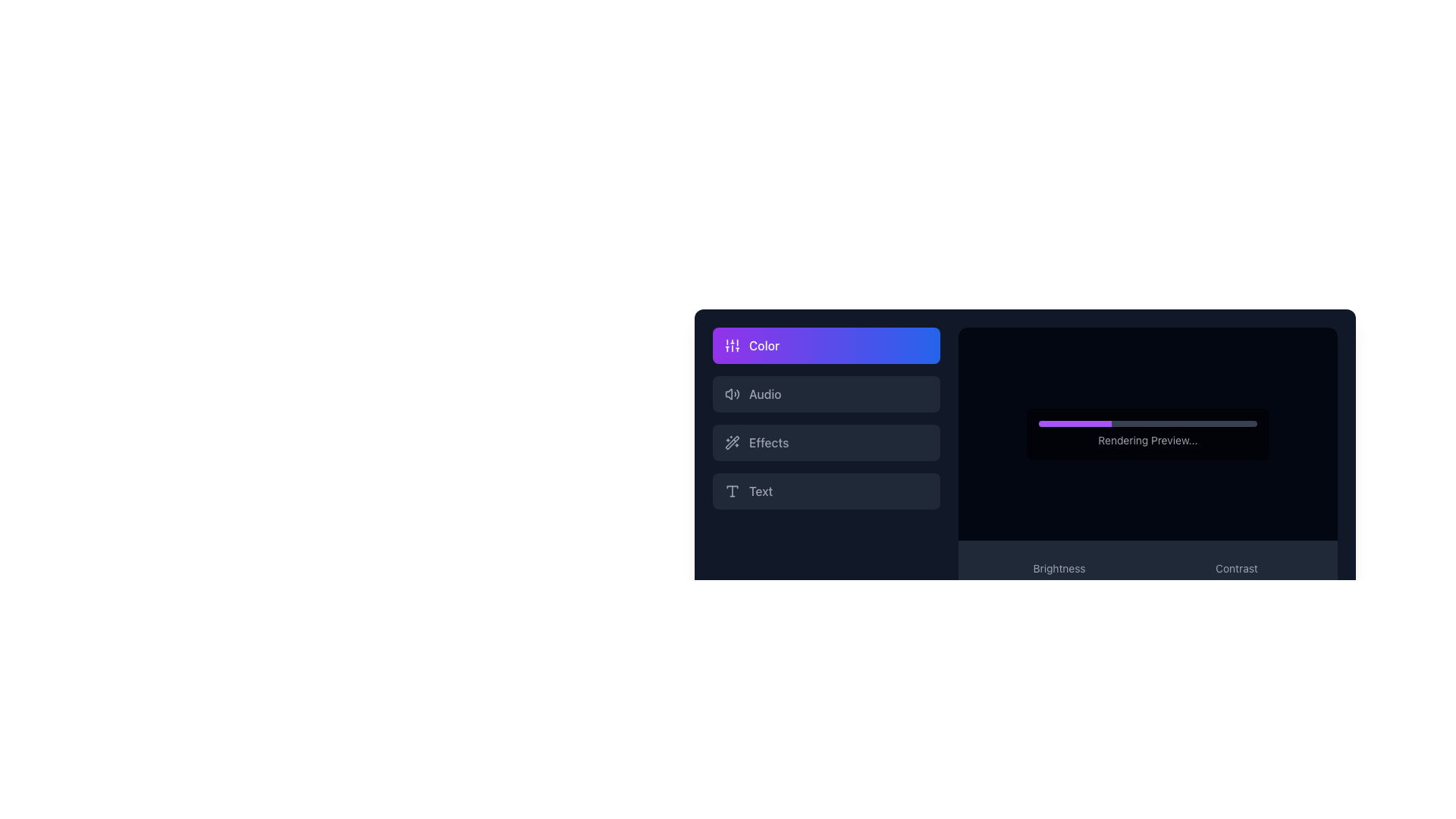 This screenshot has height=819, width=1456. I want to click on the slider, so click(1116, 588).